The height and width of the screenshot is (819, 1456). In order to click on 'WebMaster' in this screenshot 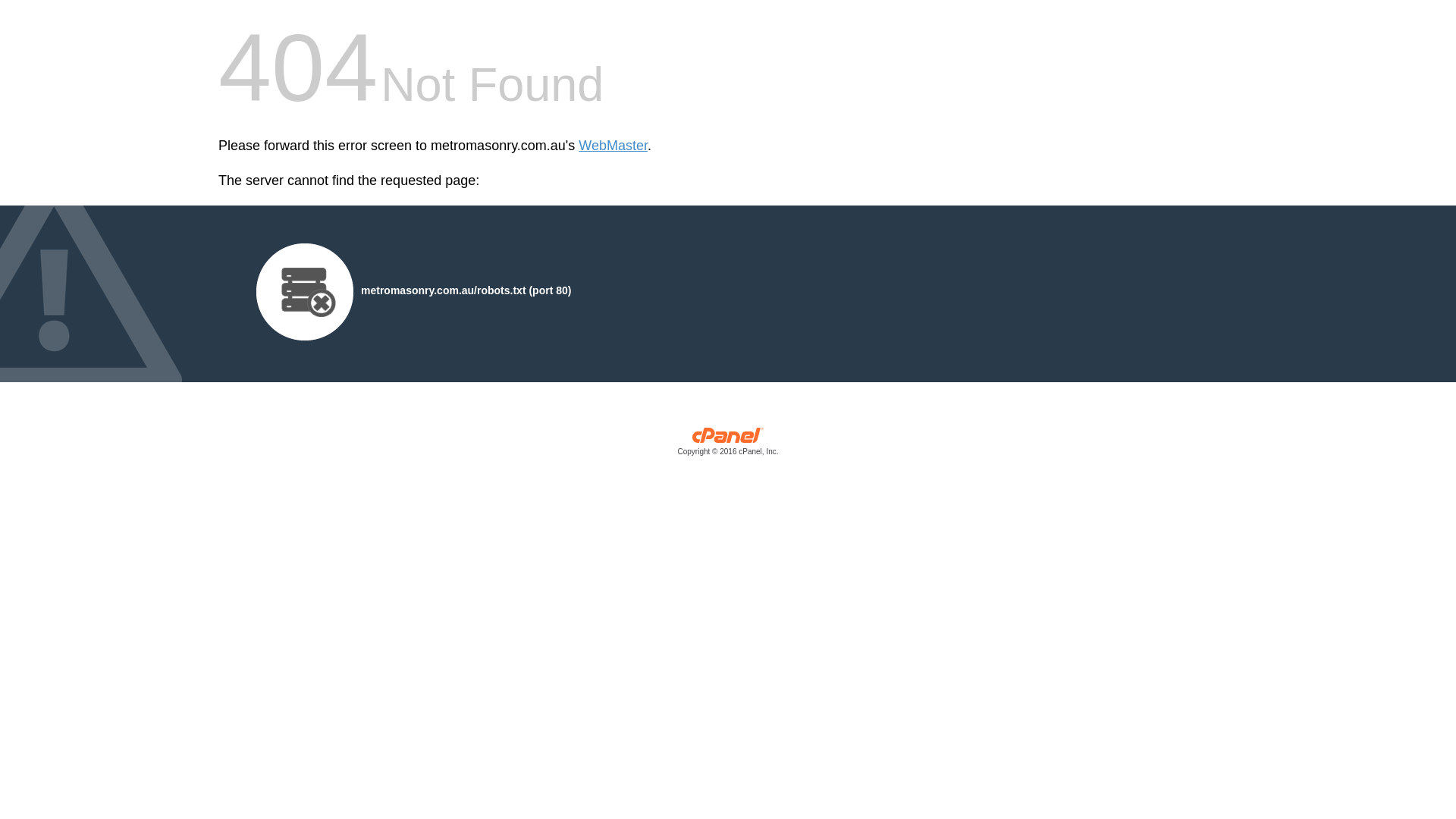, I will do `click(578, 146)`.